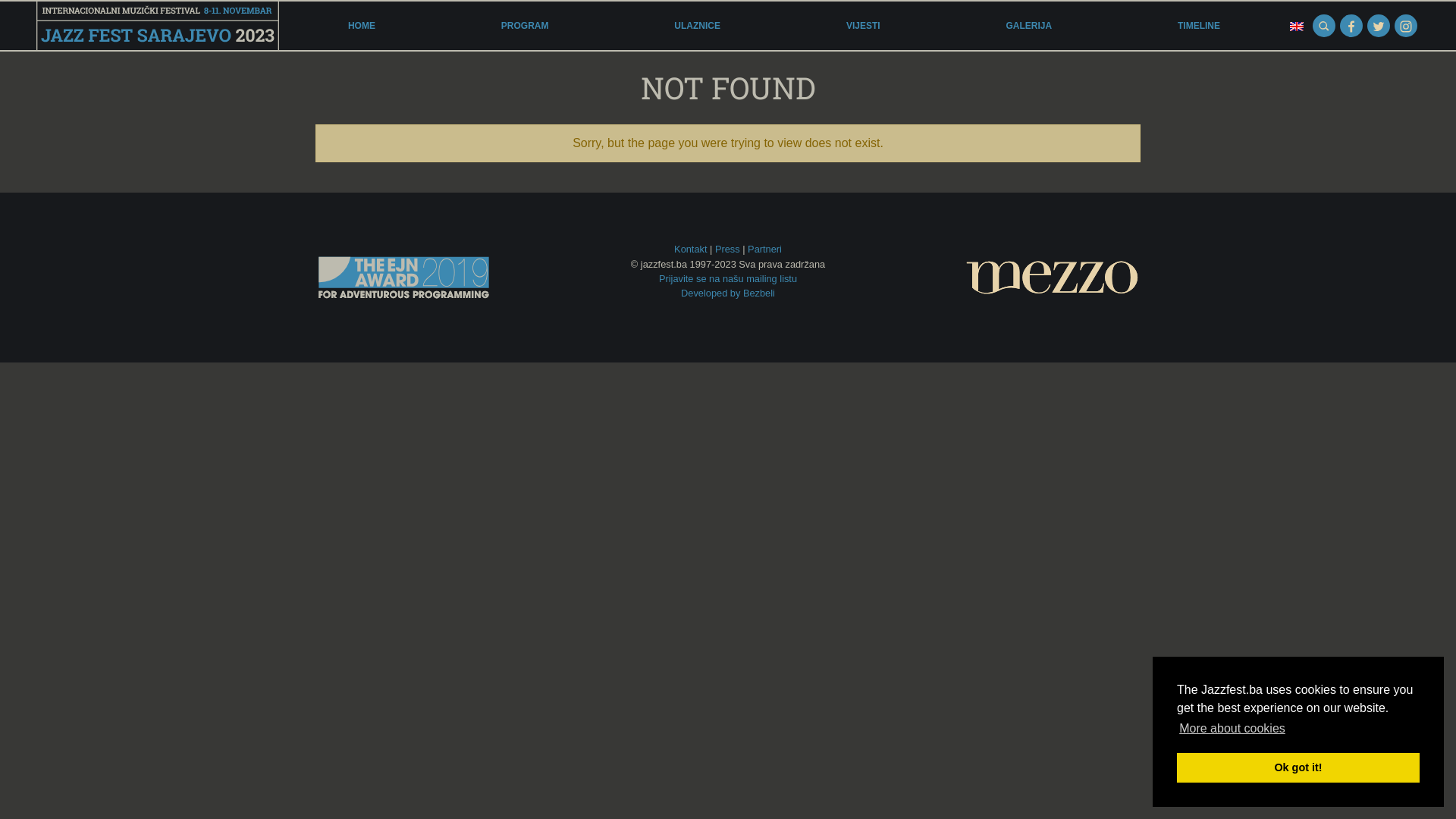 Image resolution: width=1456 pixels, height=819 pixels. What do you see at coordinates (689, 248) in the screenshot?
I see `'Kontakt'` at bounding box center [689, 248].